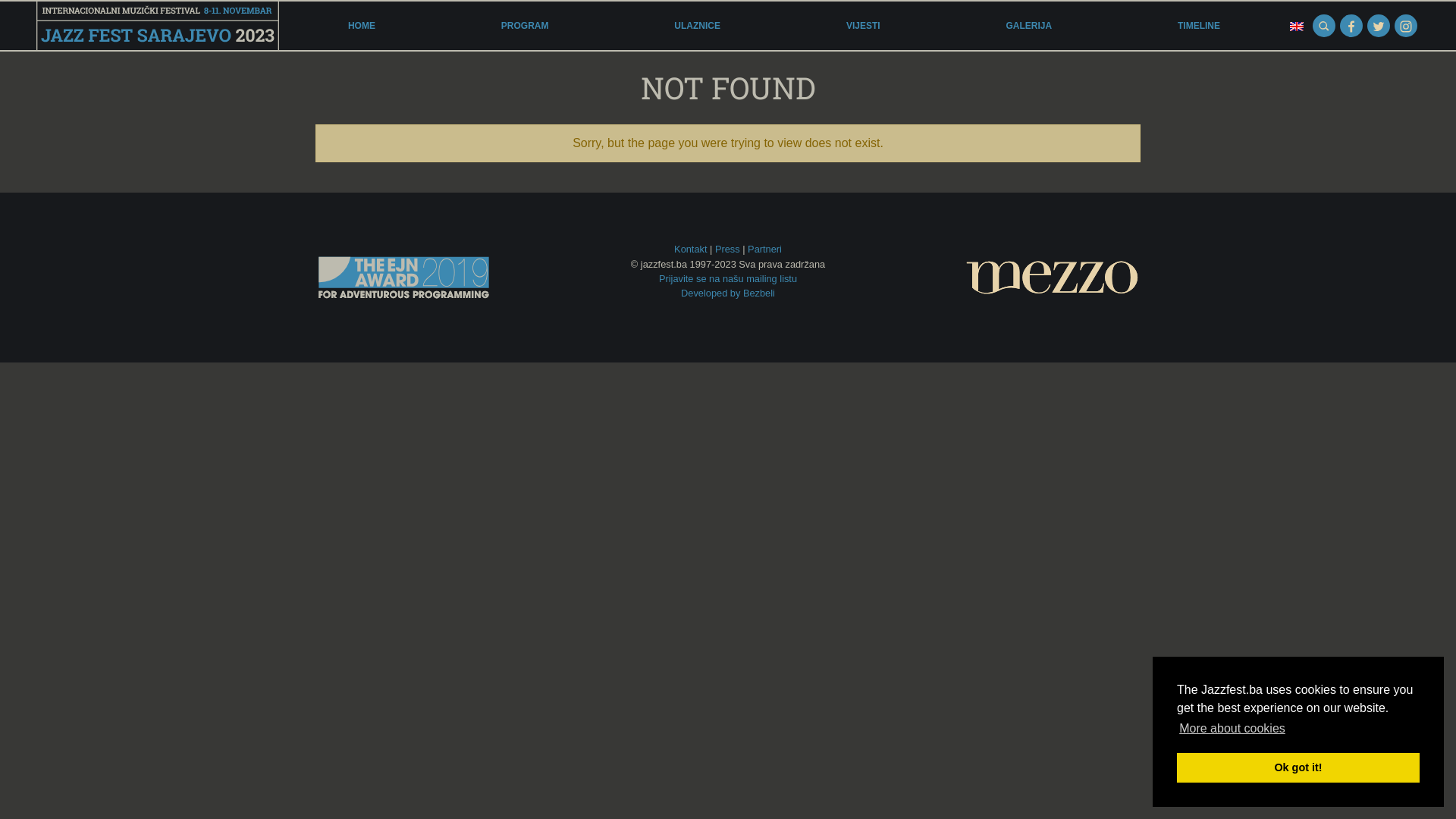 Image resolution: width=1456 pixels, height=819 pixels. What do you see at coordinates (689, 248) in the screenshot?
I see `'Kontakt'` at bounding box center [689, 248].